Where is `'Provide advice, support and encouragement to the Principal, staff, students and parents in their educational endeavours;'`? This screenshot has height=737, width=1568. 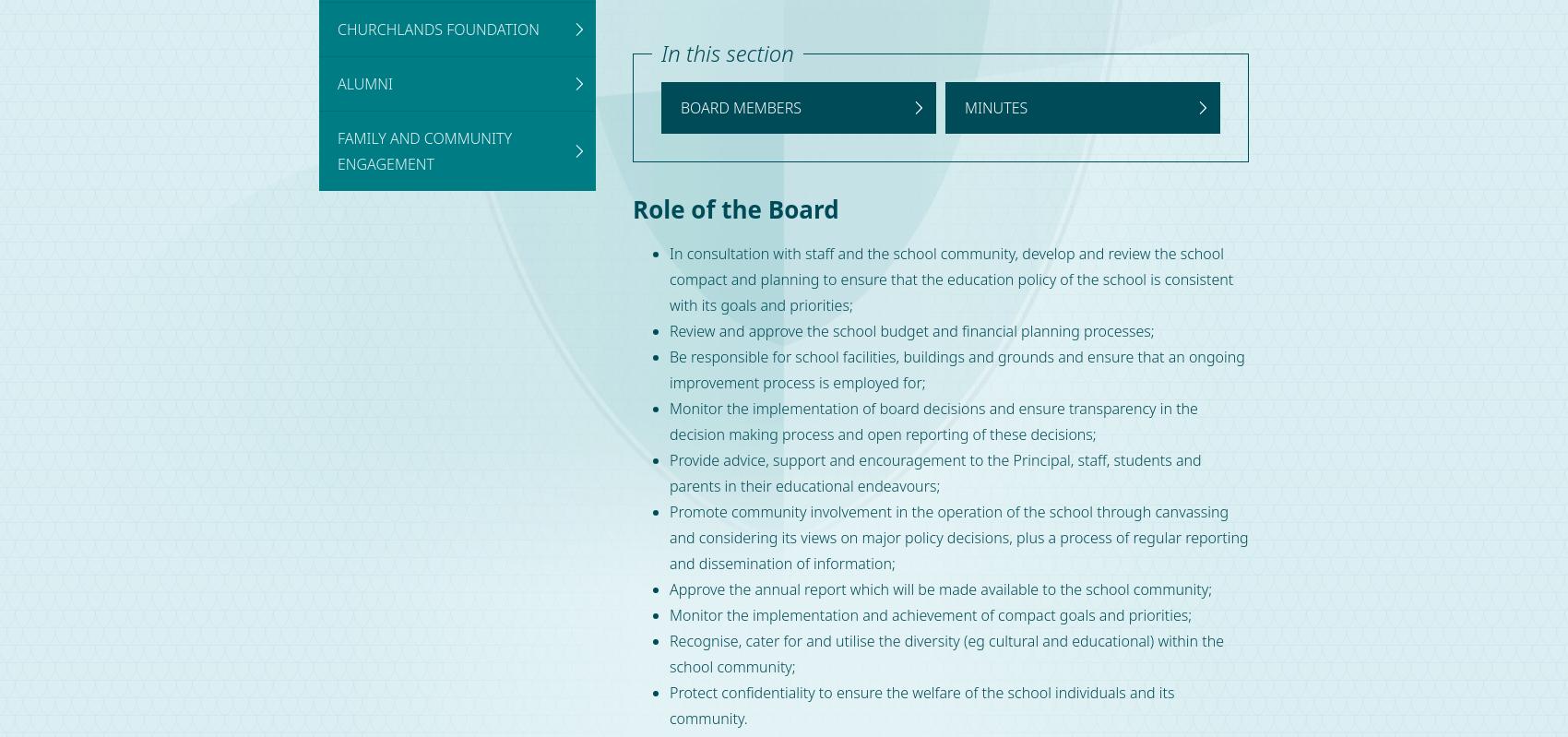 'Provide advice, support and encouragement to the Principal, staff, students and parents in their educational endeavours;' is located at coordinates (934, 473).